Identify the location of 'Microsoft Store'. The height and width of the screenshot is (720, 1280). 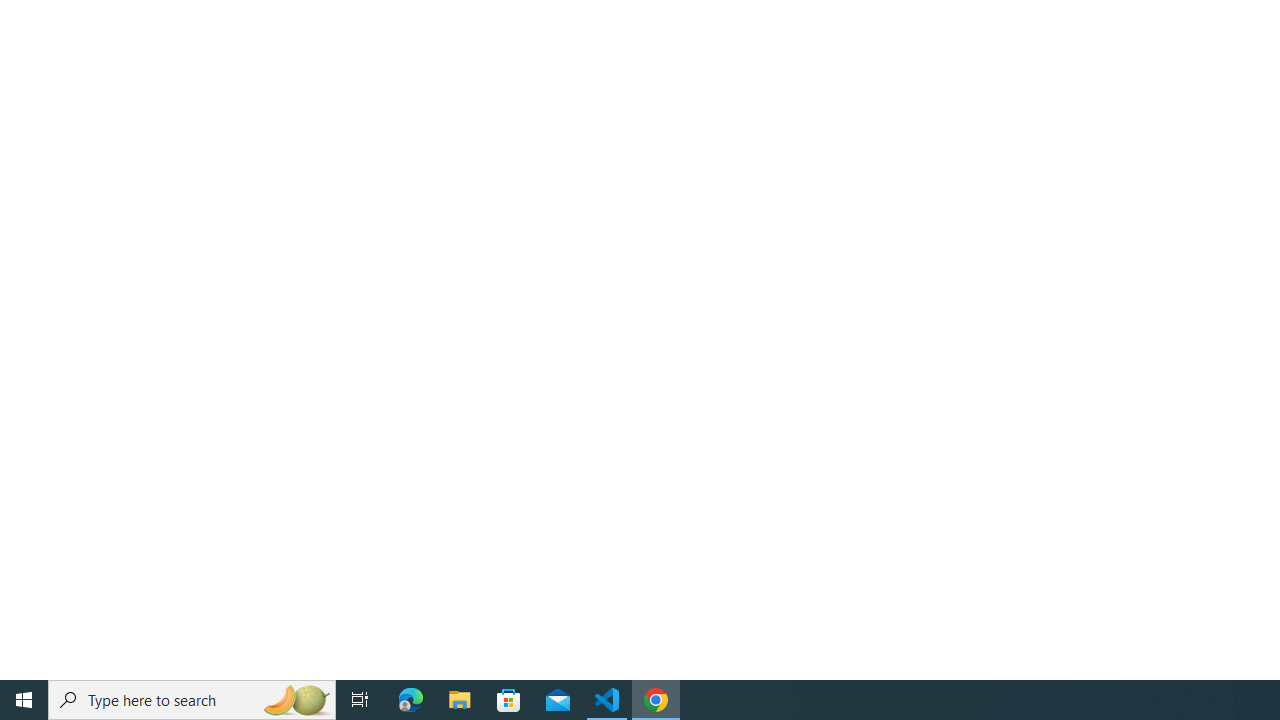
(509, 698).